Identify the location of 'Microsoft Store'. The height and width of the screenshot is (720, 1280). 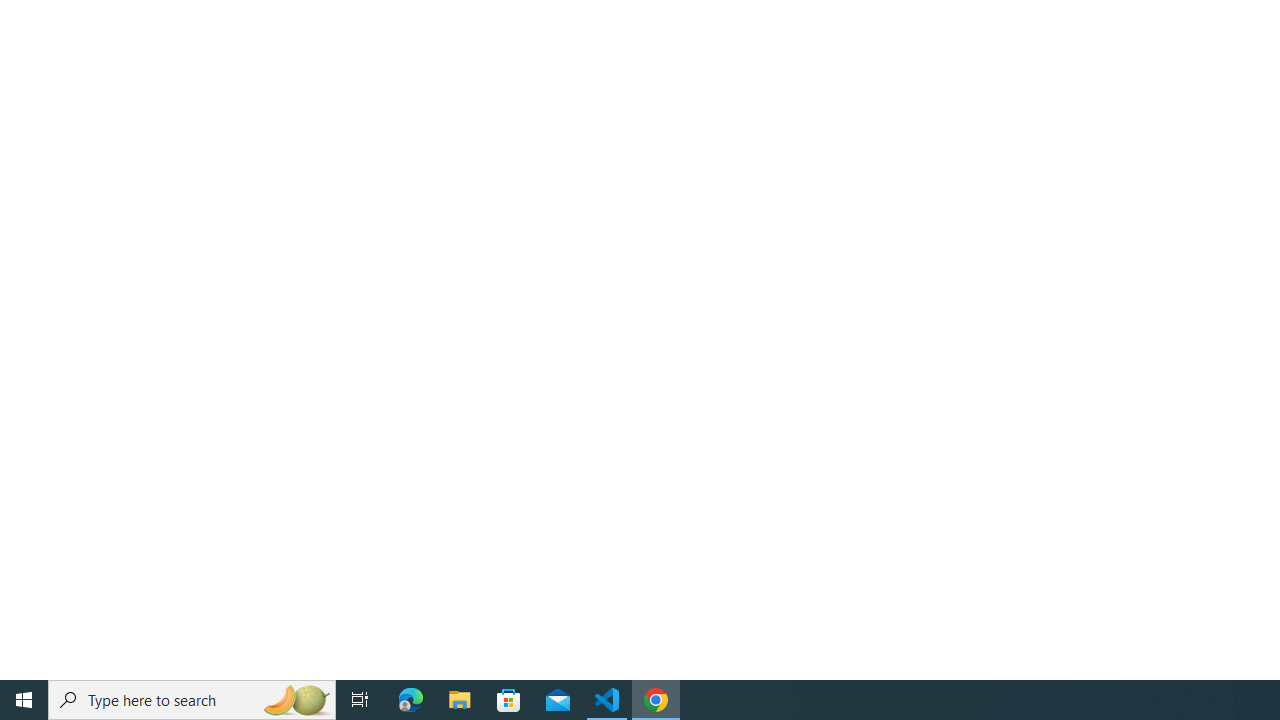
(509, 698).